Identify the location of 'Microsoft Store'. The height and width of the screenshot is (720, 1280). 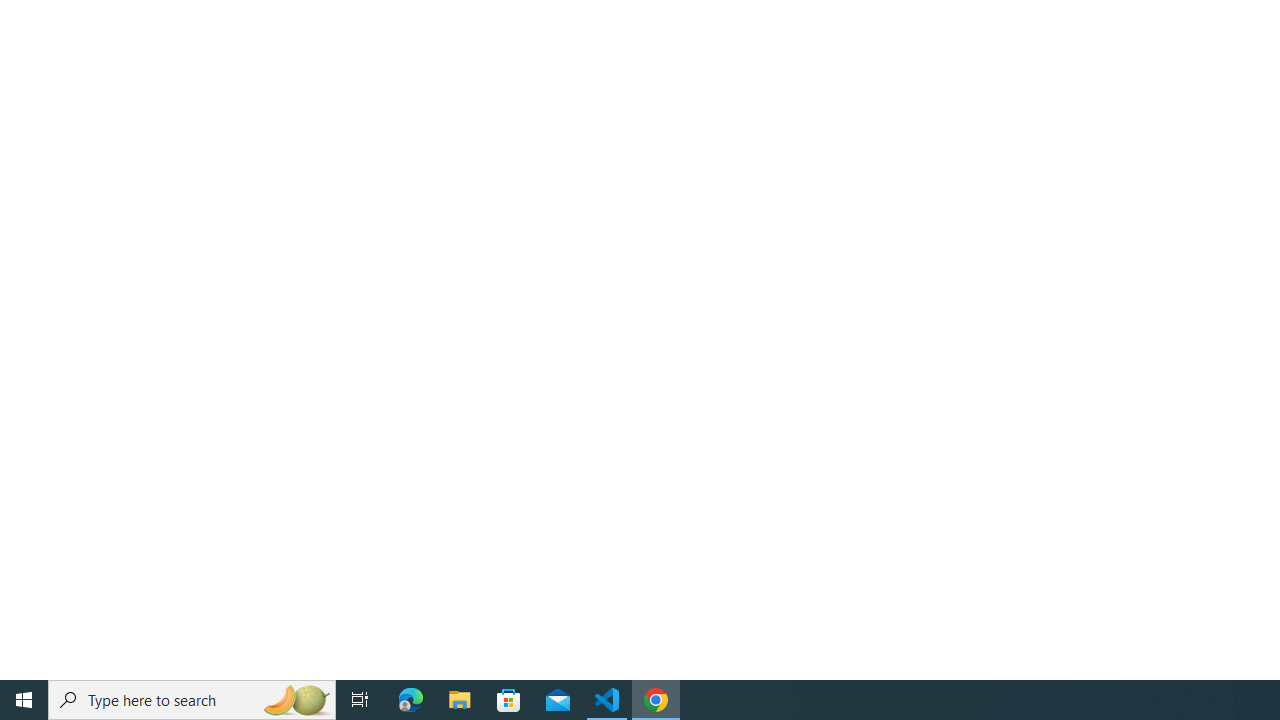
(509, 698).